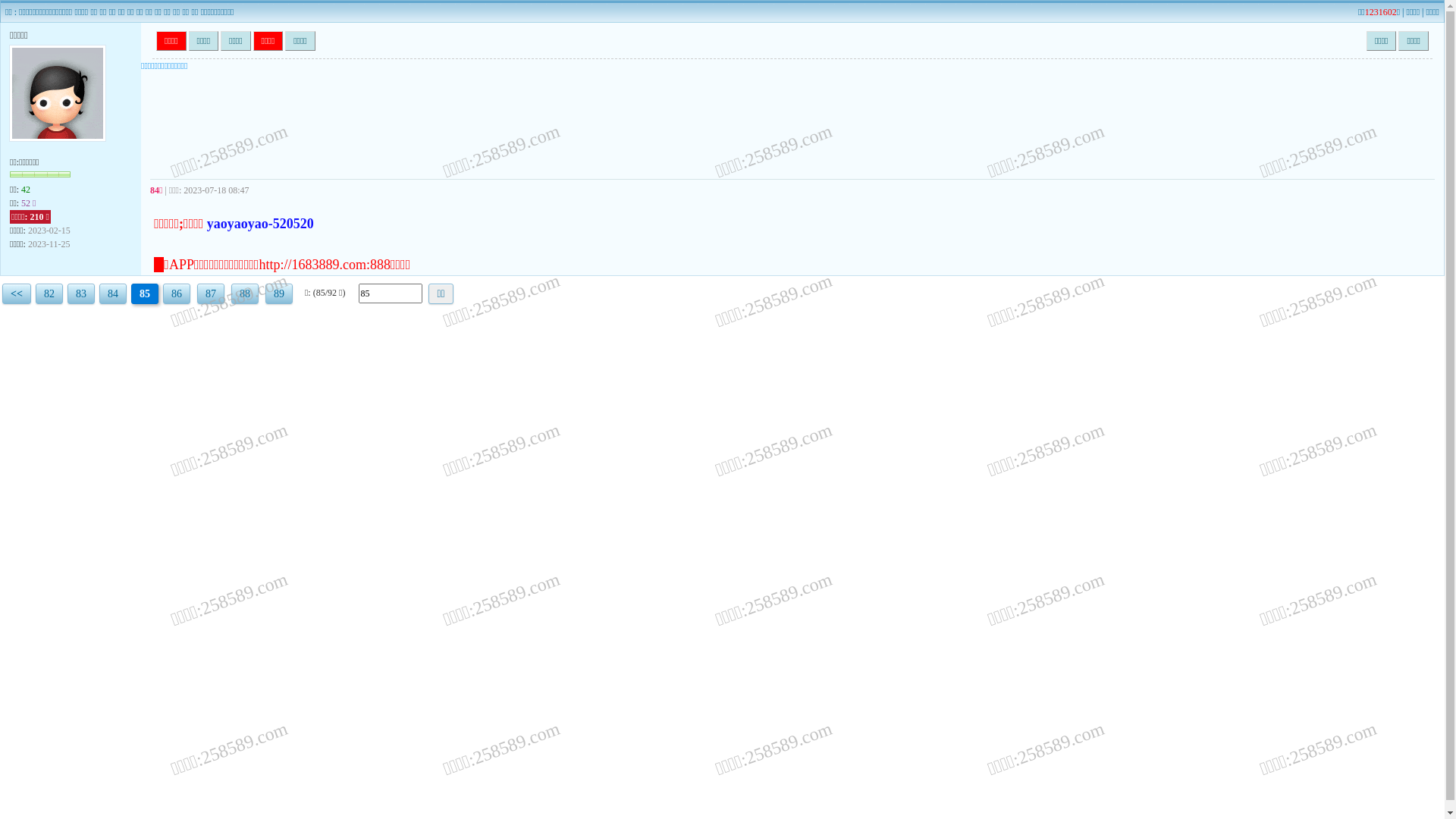 This screenshot has height=819, width=1456. I want to click on '87', so click(210, 293).